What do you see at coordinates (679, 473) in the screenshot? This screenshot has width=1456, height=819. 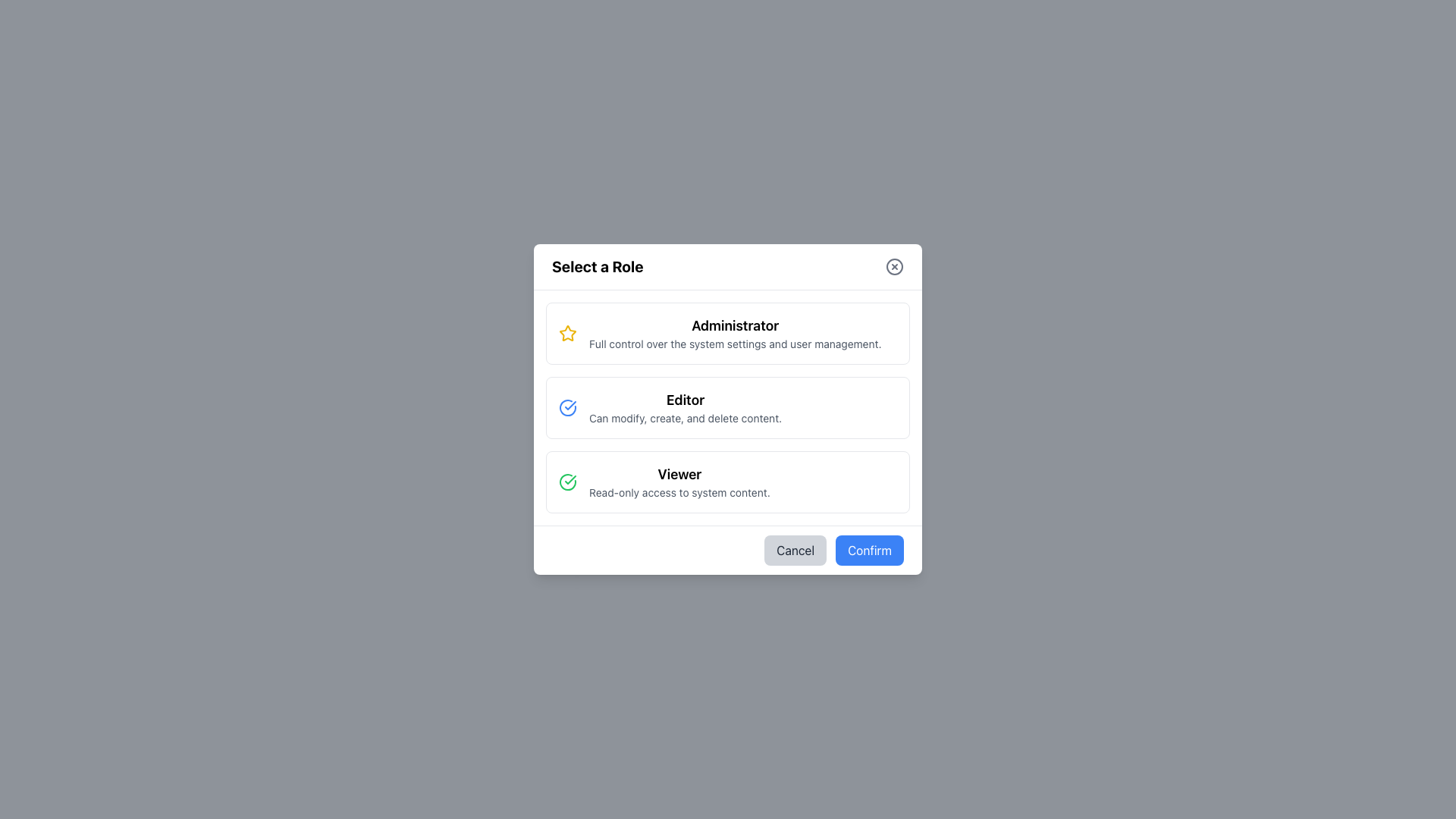 I see `the text label indicating the title or name of the viewer role, located at the center of the modal, three-quarters down vertically` at bounding box center [679, 473].